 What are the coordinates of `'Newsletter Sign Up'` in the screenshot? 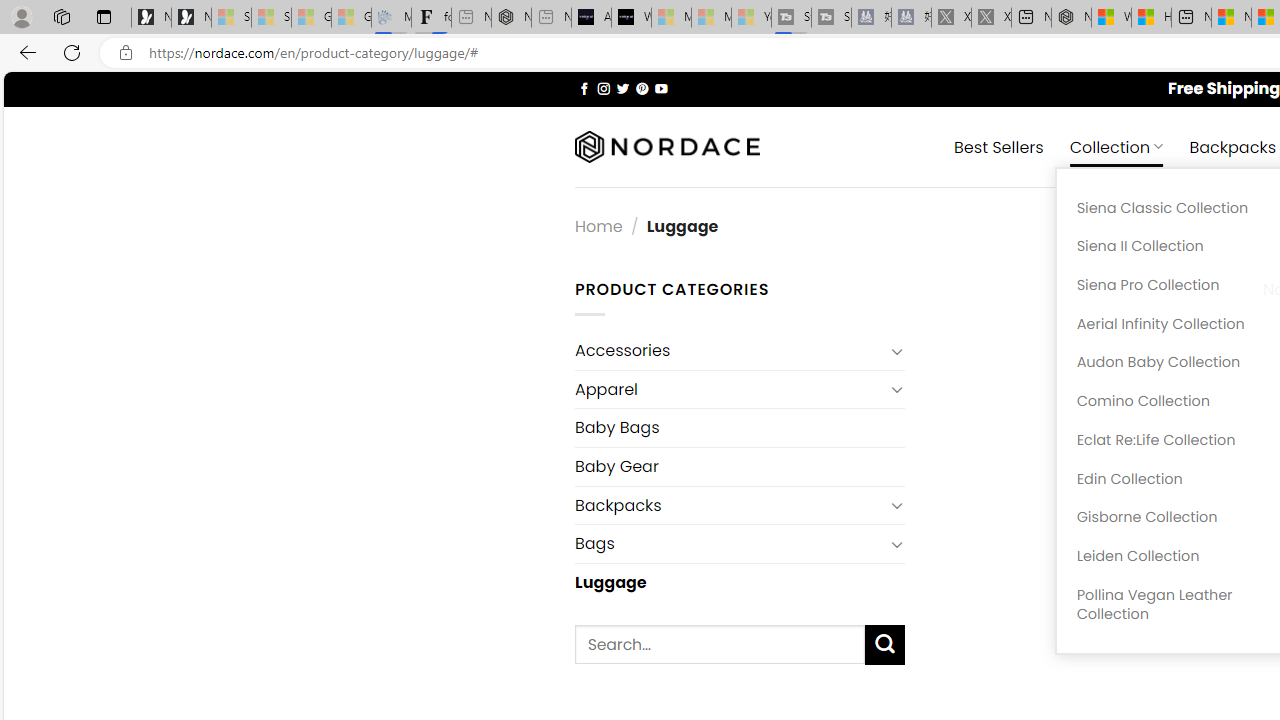 It's located at (191, 17).